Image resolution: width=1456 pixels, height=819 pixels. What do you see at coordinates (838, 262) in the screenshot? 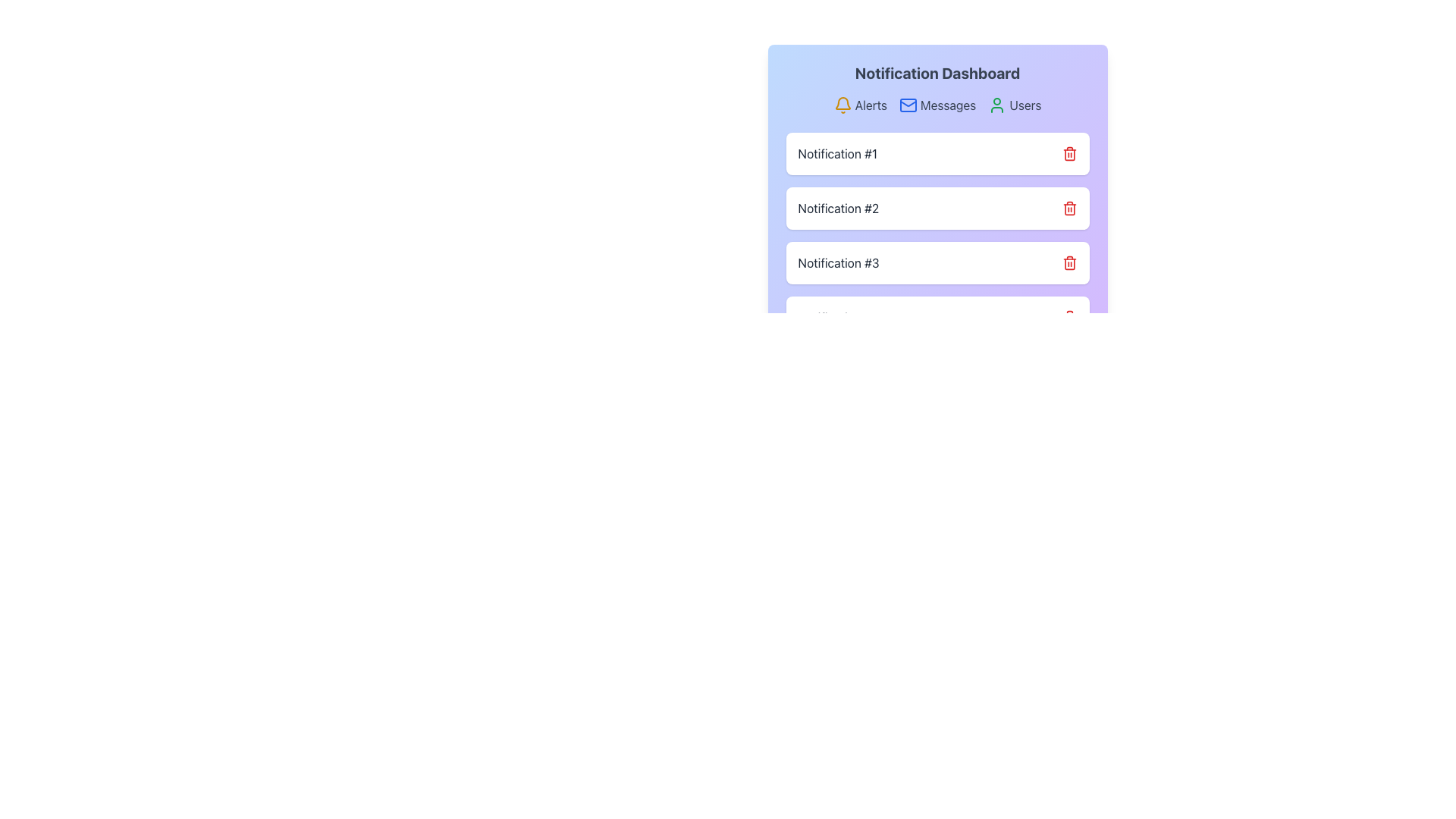
I see `the text label displaying 'Notification #3' which is located on the left side of its card in a vertically stacked list of notifications` at bounding box center [838, 262].